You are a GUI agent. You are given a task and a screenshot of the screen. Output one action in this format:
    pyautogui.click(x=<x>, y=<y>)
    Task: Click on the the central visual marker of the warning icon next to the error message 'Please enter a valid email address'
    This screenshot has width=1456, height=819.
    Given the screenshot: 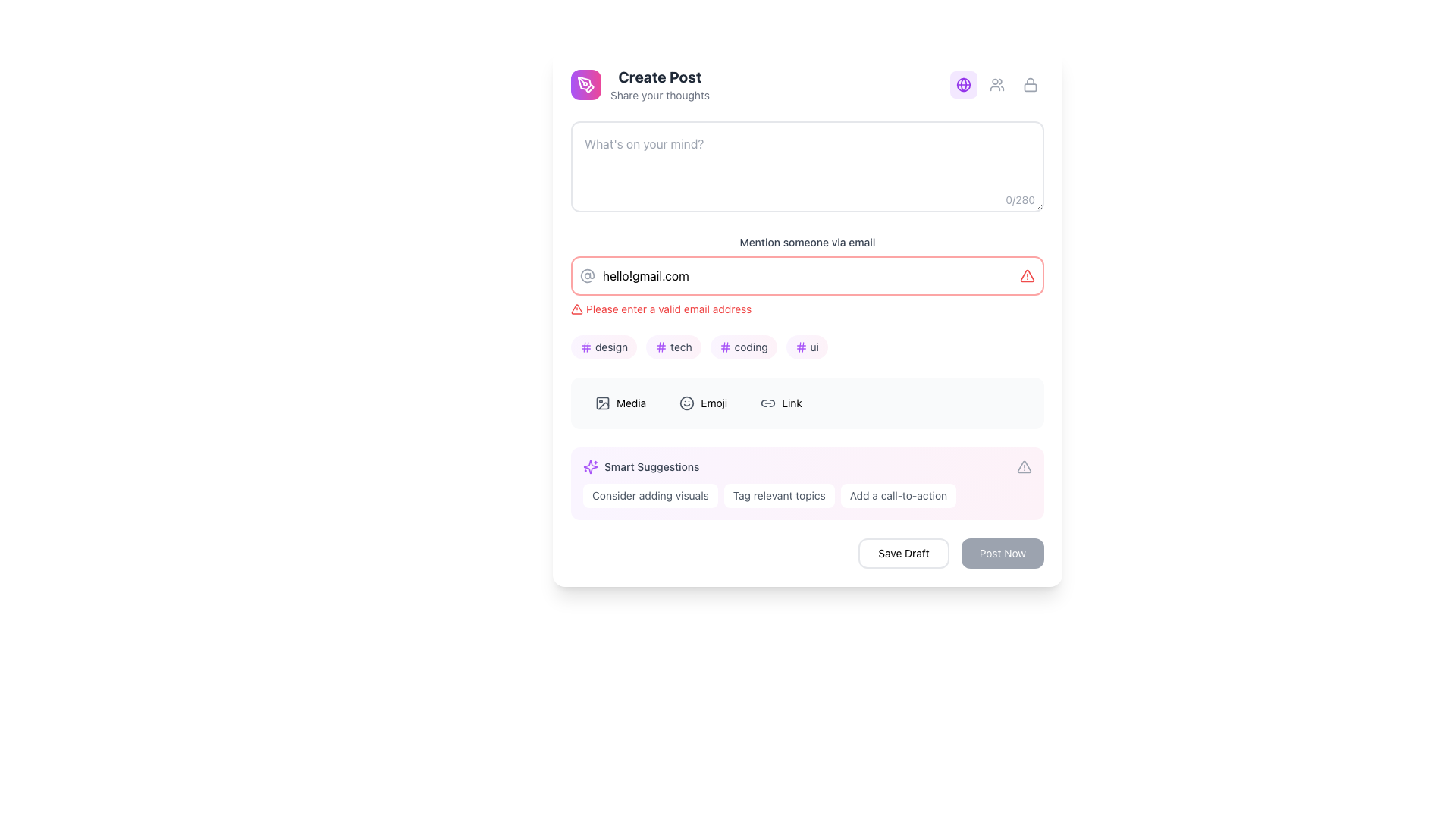 What is the action you would take?
    pyautogui.click(x=1024, y=466)
    